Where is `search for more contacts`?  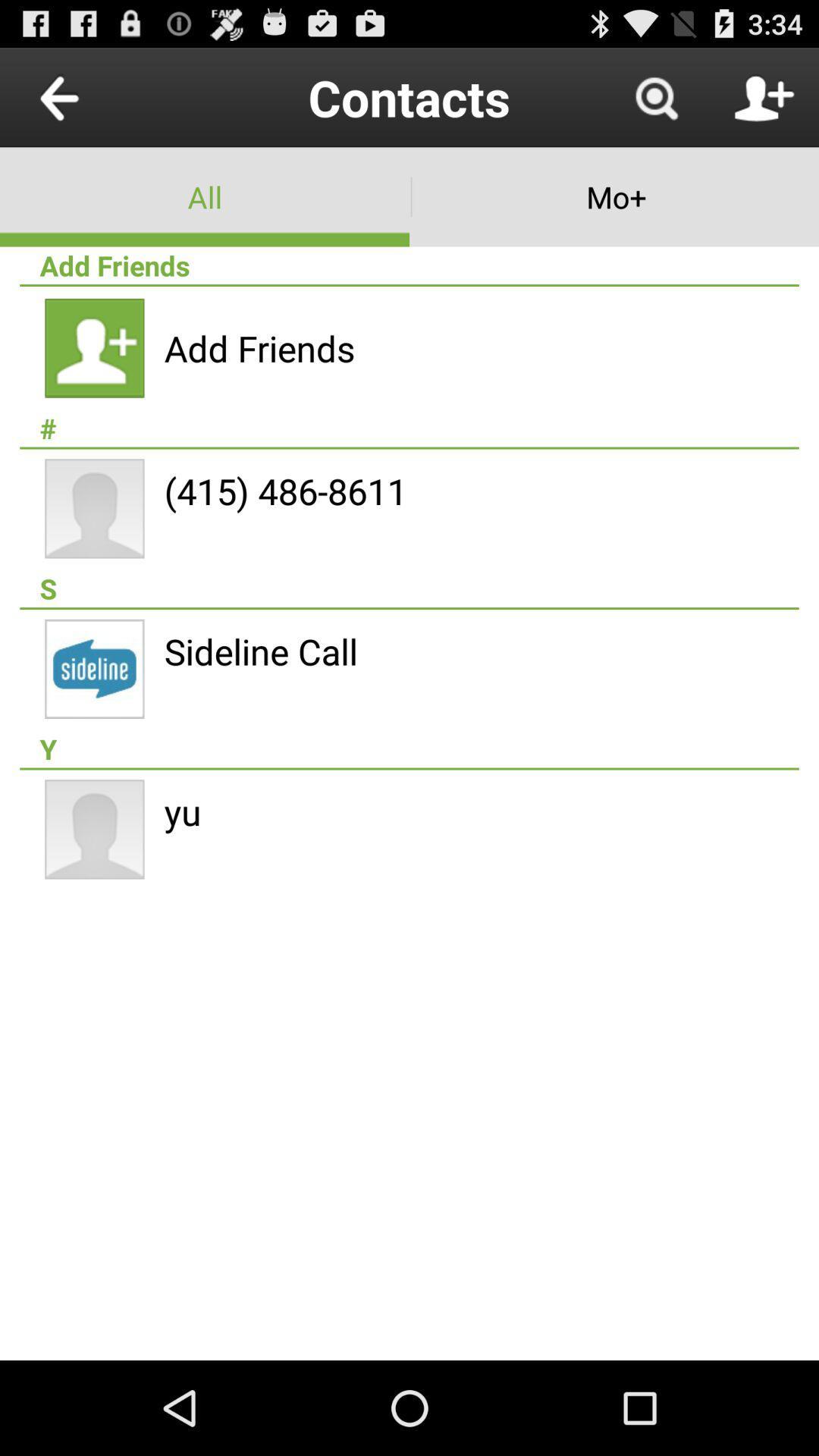
search for more contacts is located at coordinates (655, 96).